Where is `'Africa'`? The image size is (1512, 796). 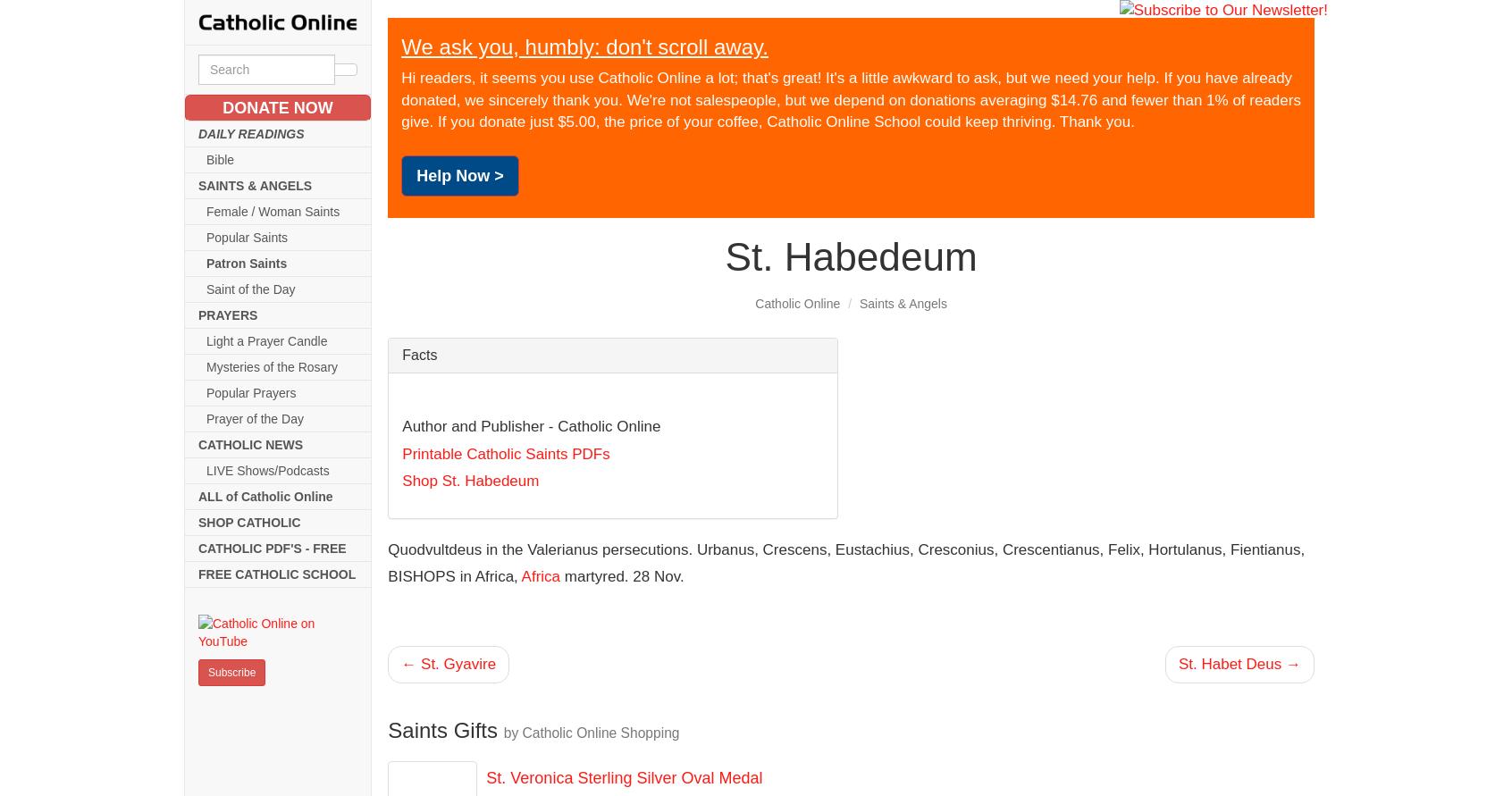 'Africa' is located at coordinates (540, 575).